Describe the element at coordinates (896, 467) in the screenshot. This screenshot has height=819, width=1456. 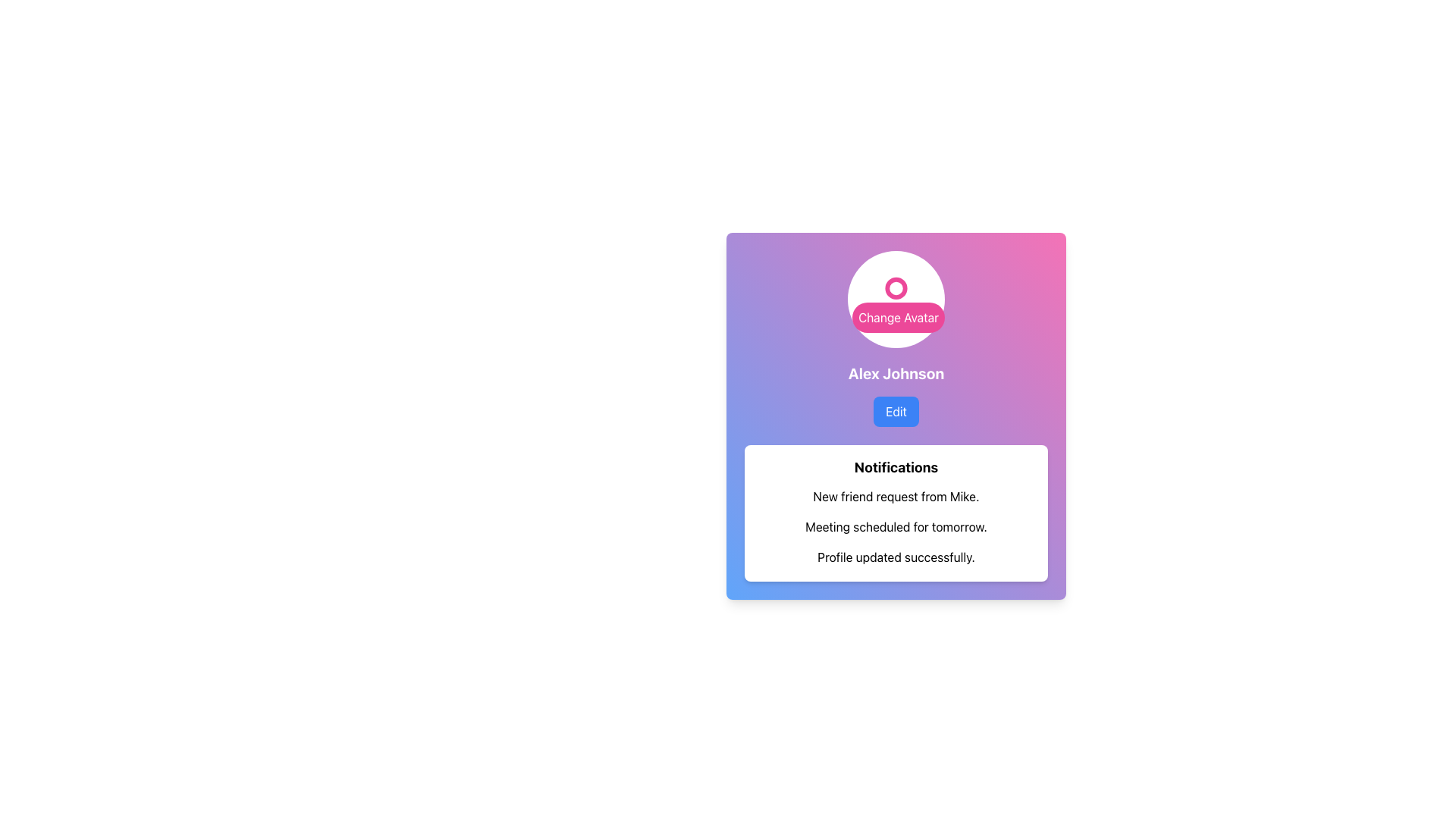
I see `text label located at the top of the notification section, which serves as the heading for the messages below` at that location.